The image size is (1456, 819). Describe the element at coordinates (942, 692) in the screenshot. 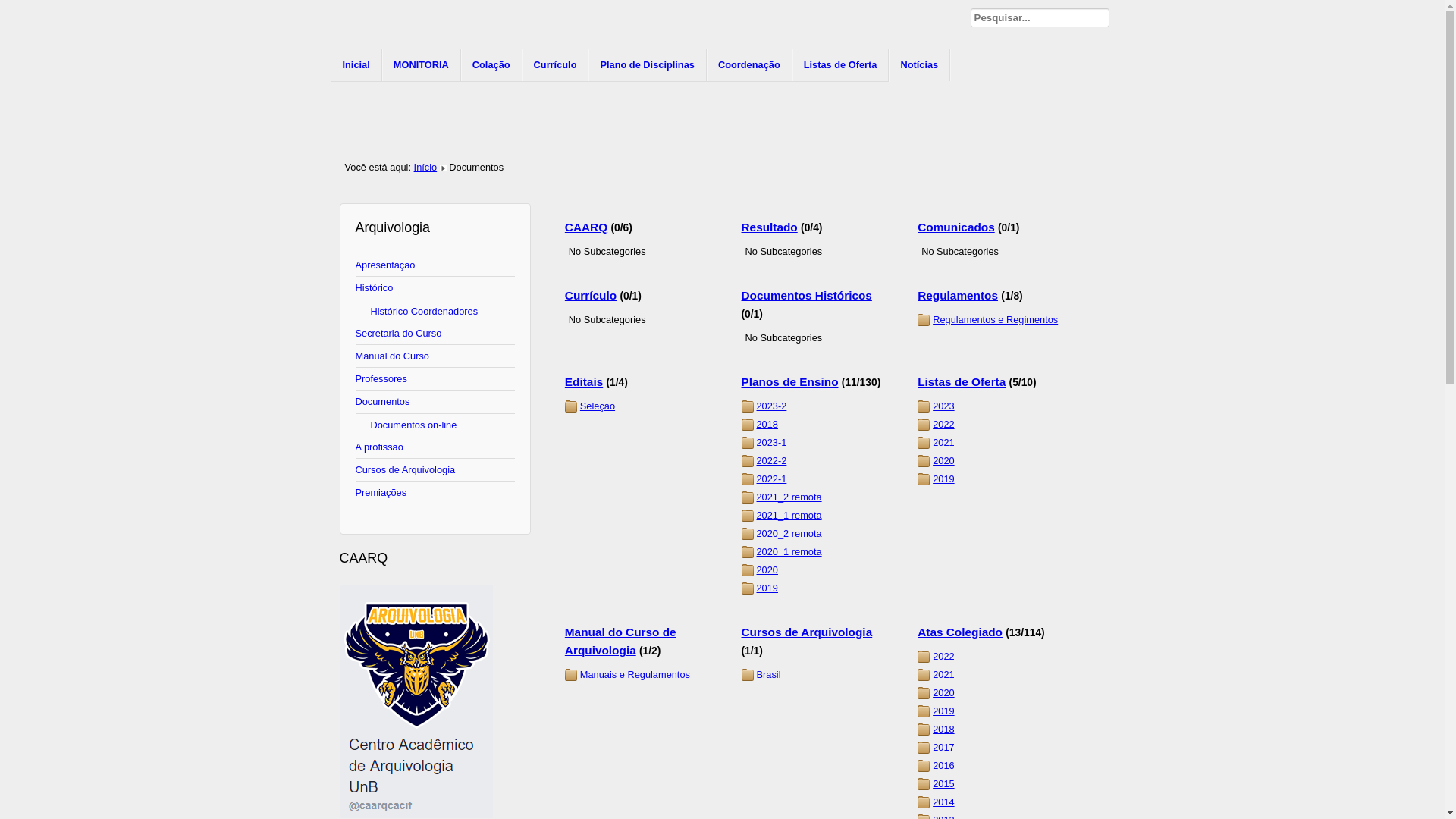

I see `'2020'` at that location.